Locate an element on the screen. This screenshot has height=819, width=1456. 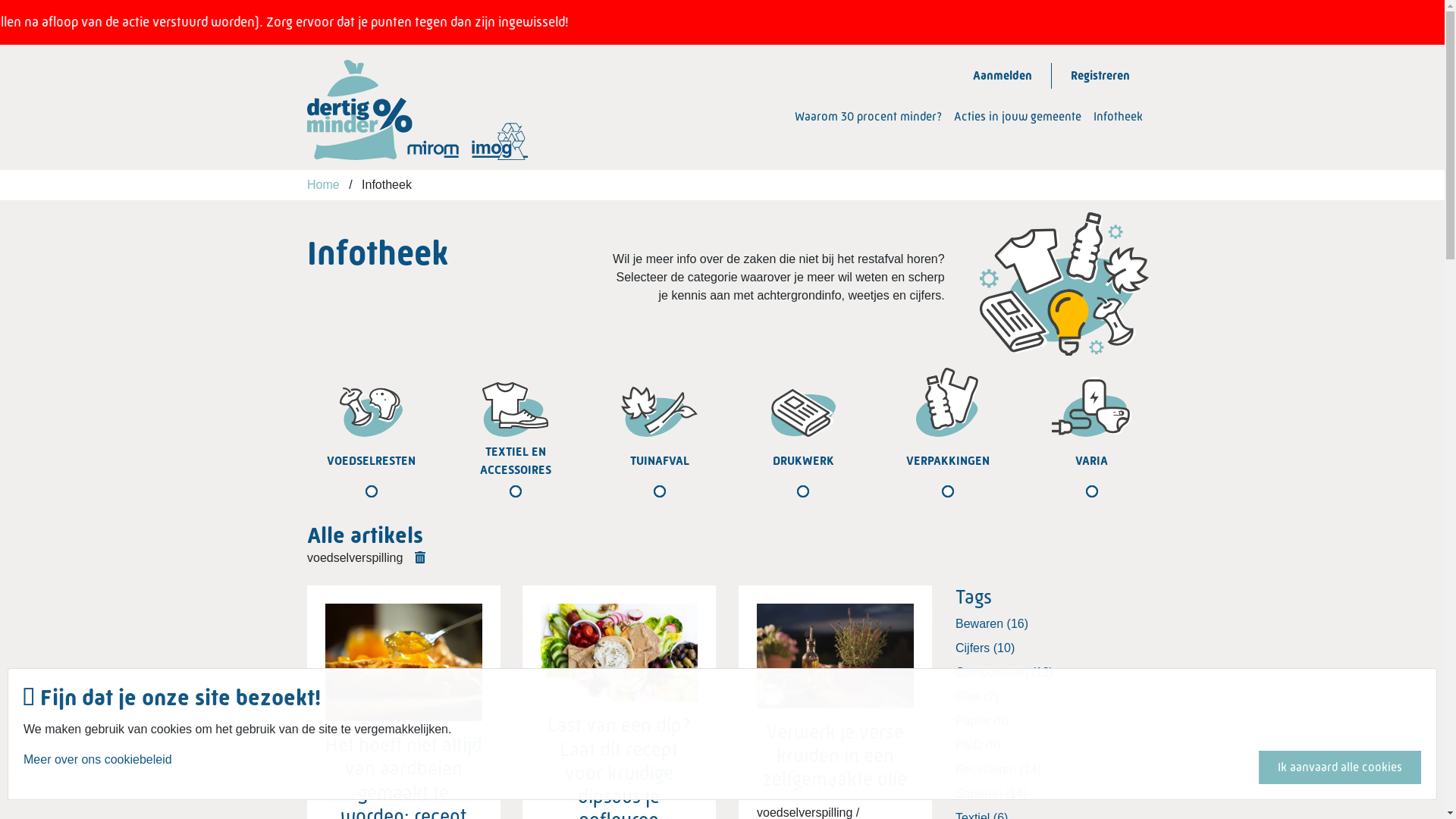
'Registreren' is located at coordinates (1100, 76).